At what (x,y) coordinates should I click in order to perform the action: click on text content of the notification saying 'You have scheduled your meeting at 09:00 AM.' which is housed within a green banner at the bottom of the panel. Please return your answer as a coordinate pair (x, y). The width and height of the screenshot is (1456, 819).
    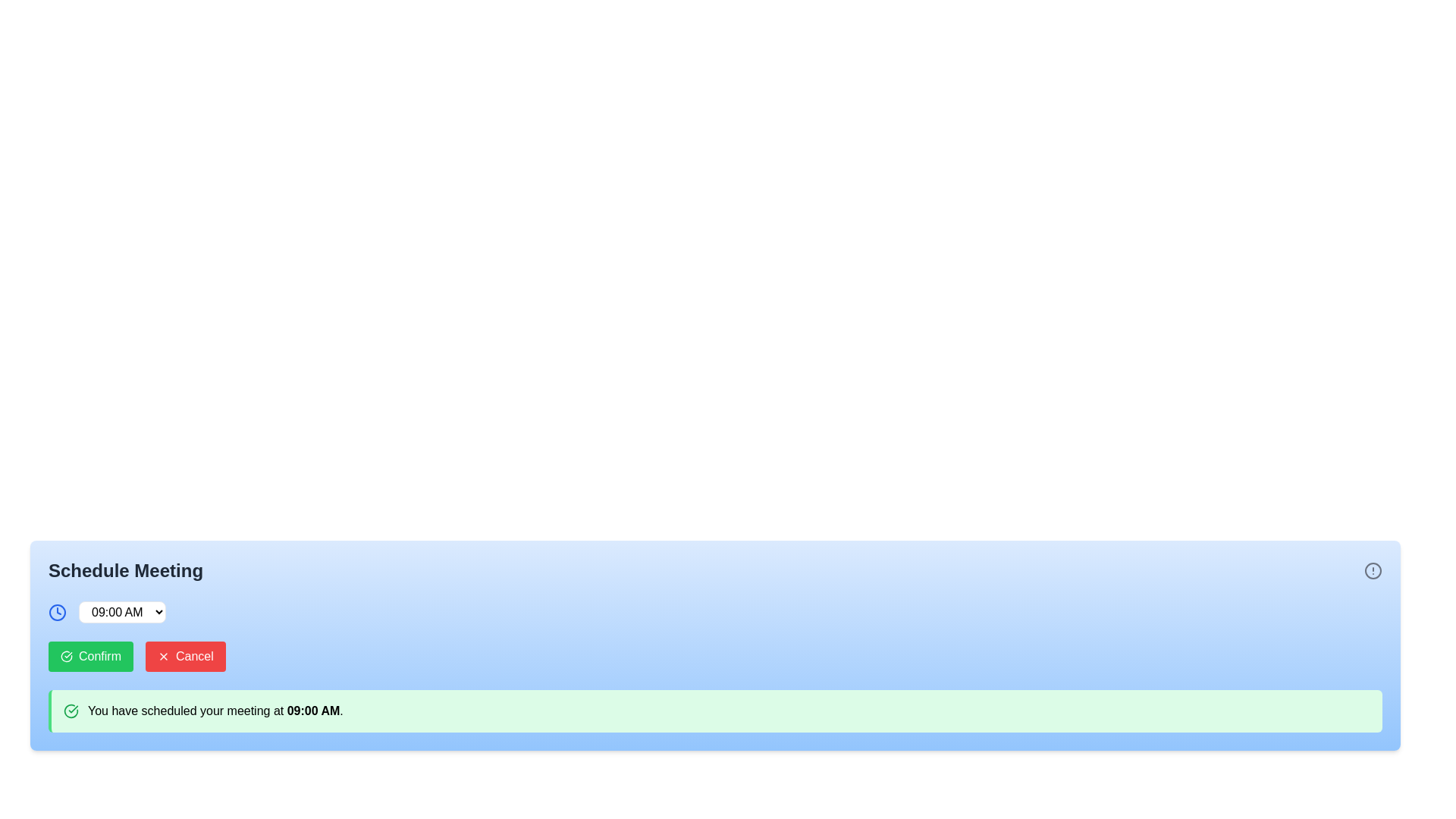
    Looking at the image, I should click on (215, 711).